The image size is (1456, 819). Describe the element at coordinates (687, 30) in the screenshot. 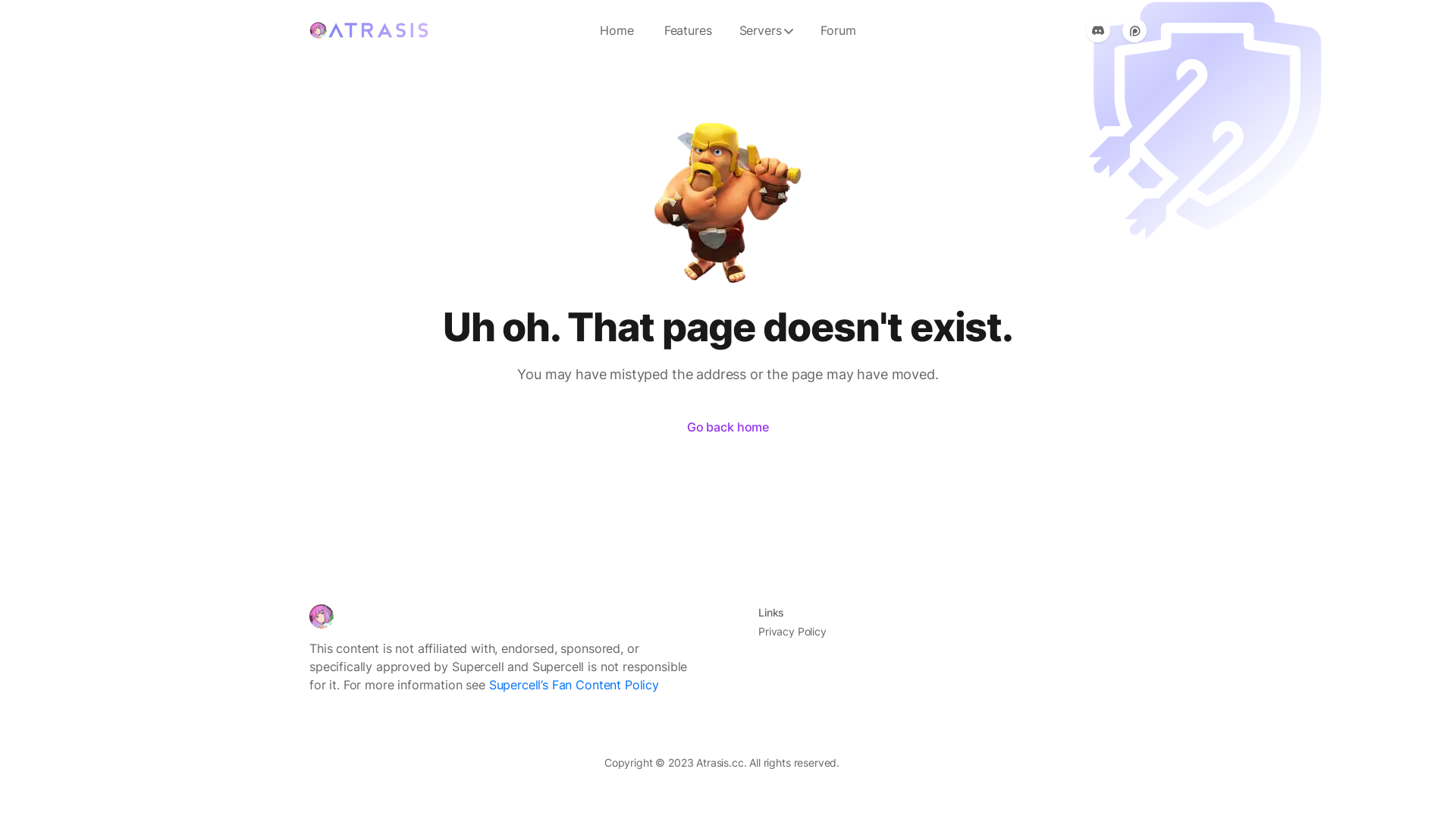

I see `'Features'` at that location.